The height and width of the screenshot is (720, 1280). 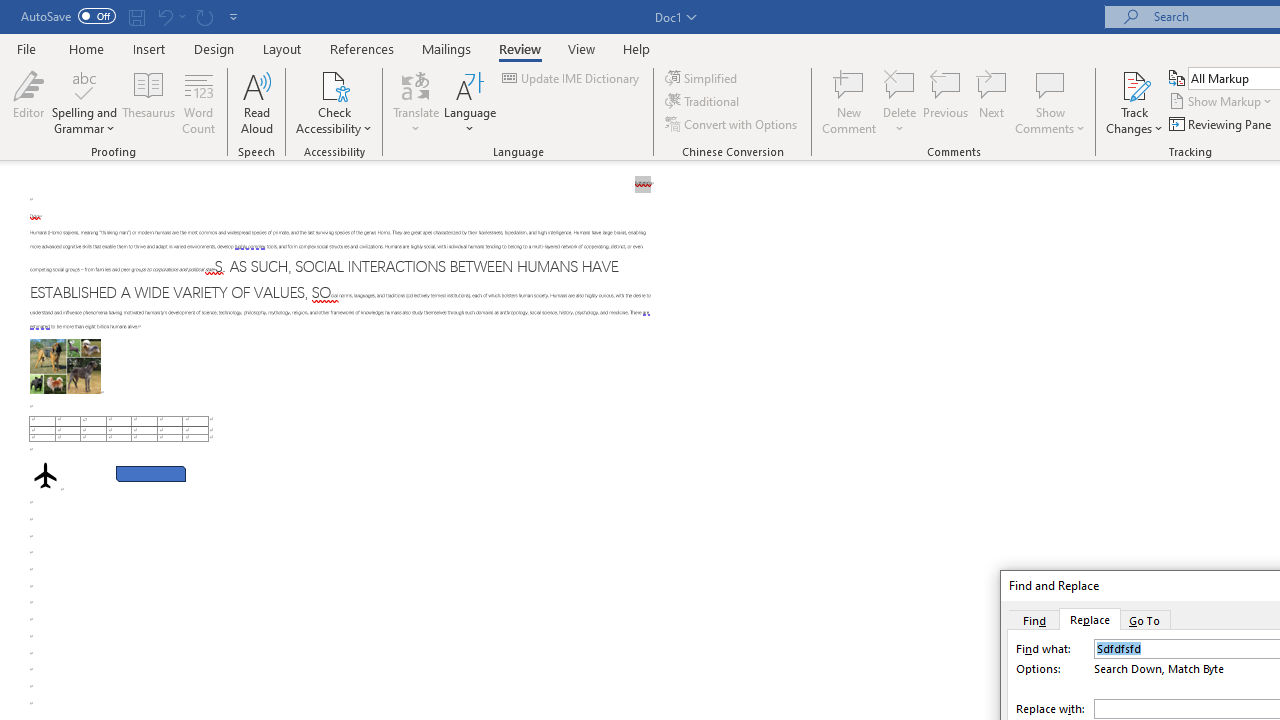 I want to click on 'Rectangle: Diagonal Corners Snipped 2', so click(x=150, y=473).